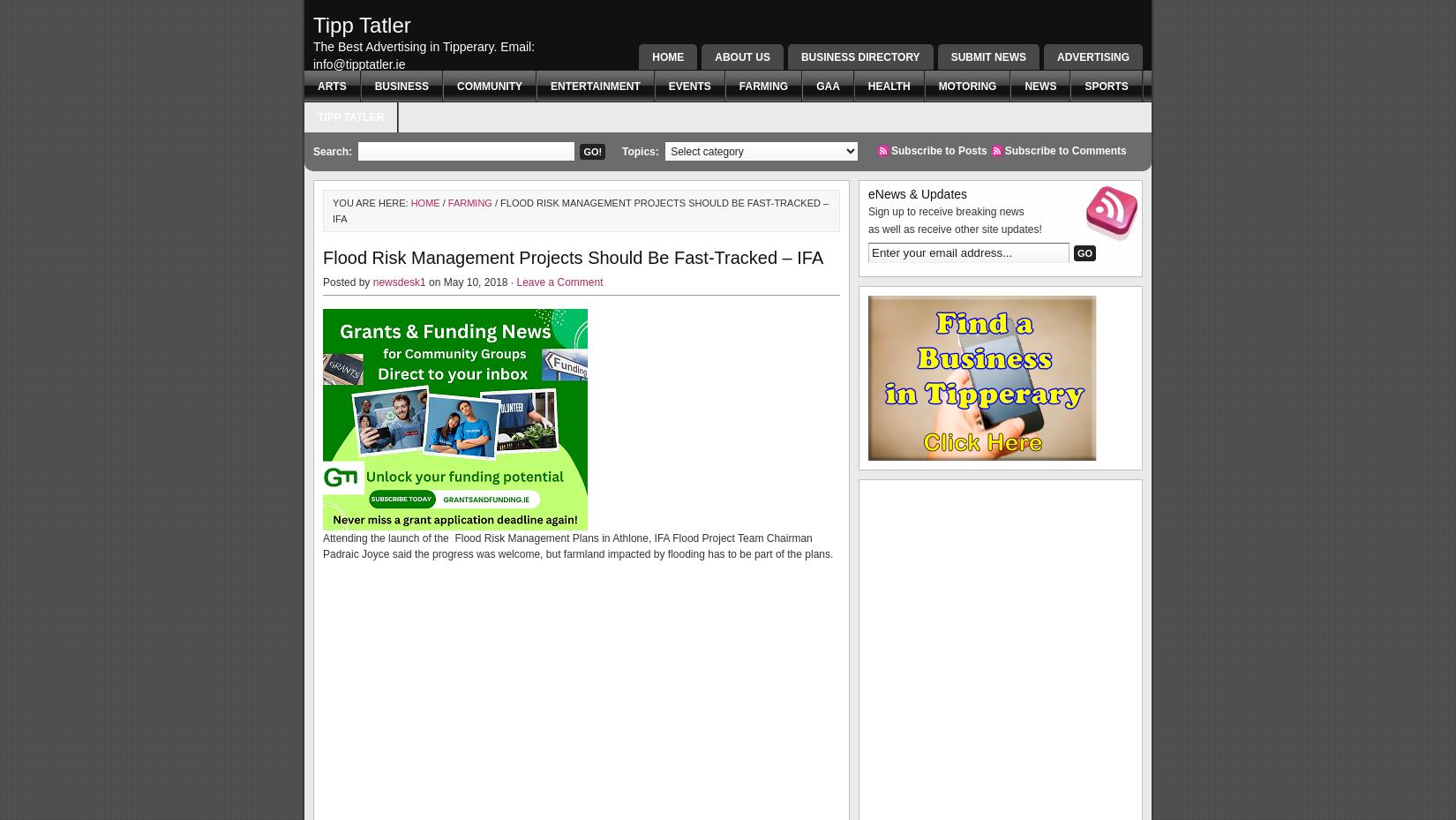 This screenshot has width=1456, height=820. I want to click on 'The Best Advertising in Tipperary. Email: info@tipptatler.ie', so click(423, 54).